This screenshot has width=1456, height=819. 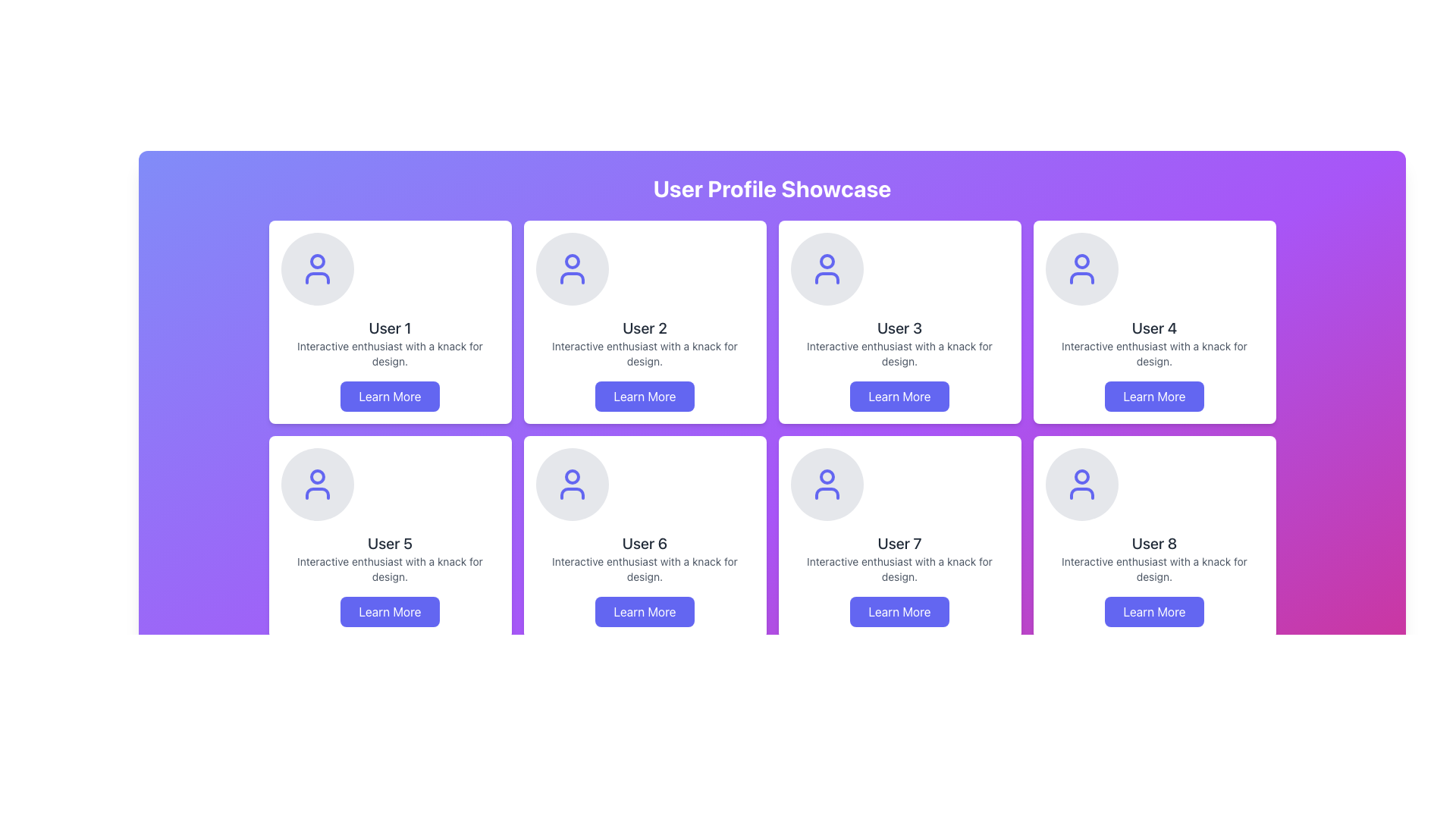 What do you see at coordinates (1153, 570) in the screenshot?
I see `the text element displaying 'Interactive enthusiast with a knack for design.' located below 'User 8' and above the 'Learn More' button in the eighth profile card` at bounding box center [1153, 570].